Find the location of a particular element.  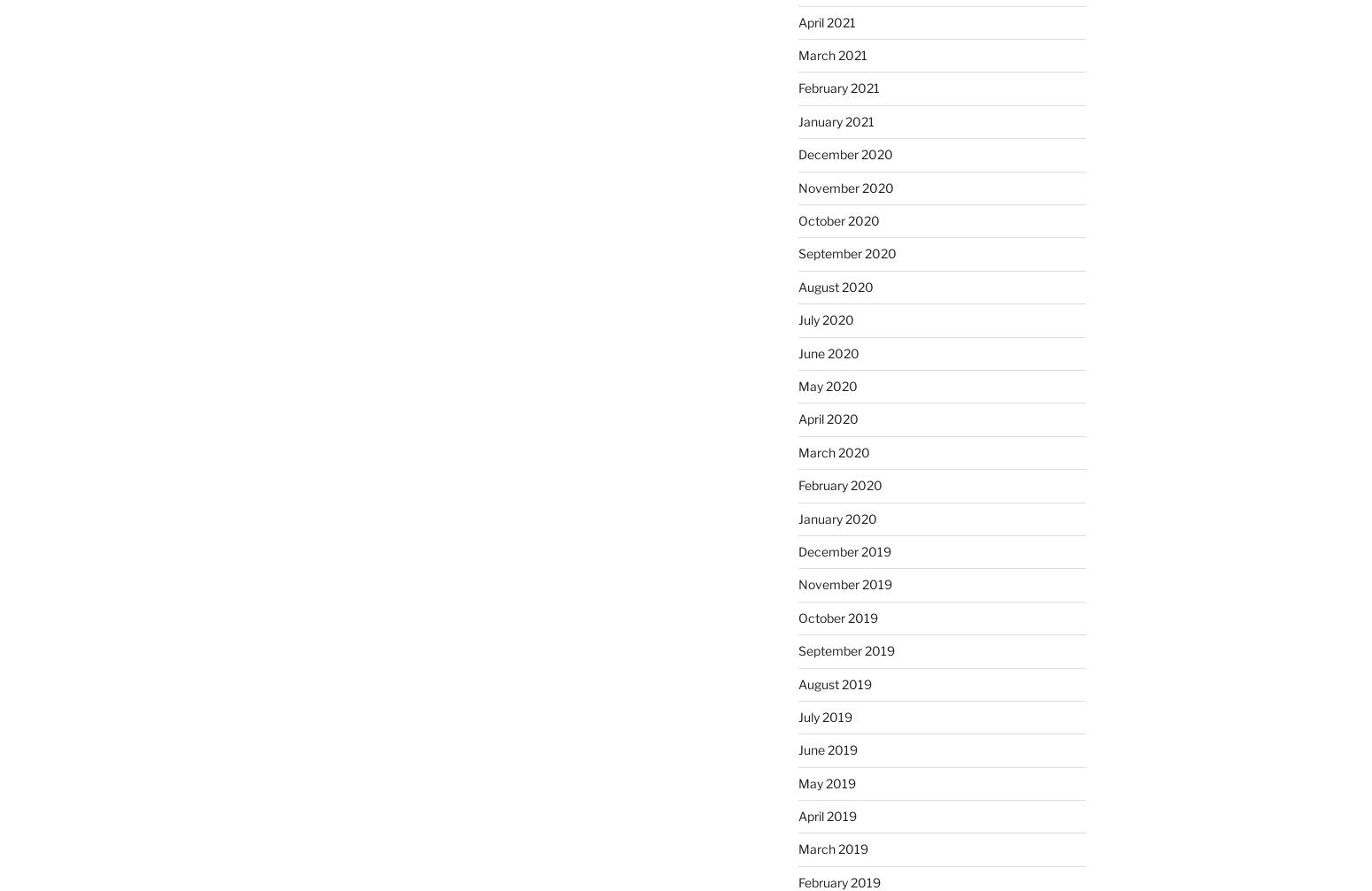

'February 2020' is located at coordinates (798, 484).